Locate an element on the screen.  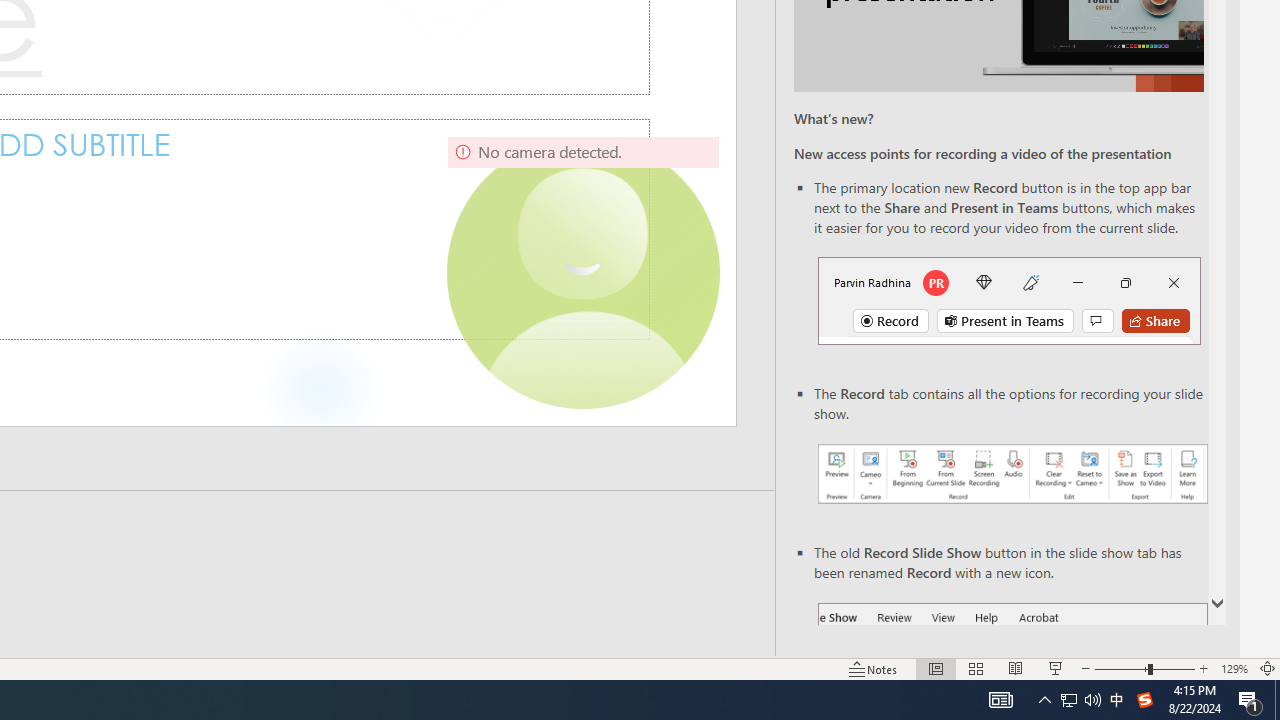
'Record button in top bar' is located at coordinates (1009, 300).